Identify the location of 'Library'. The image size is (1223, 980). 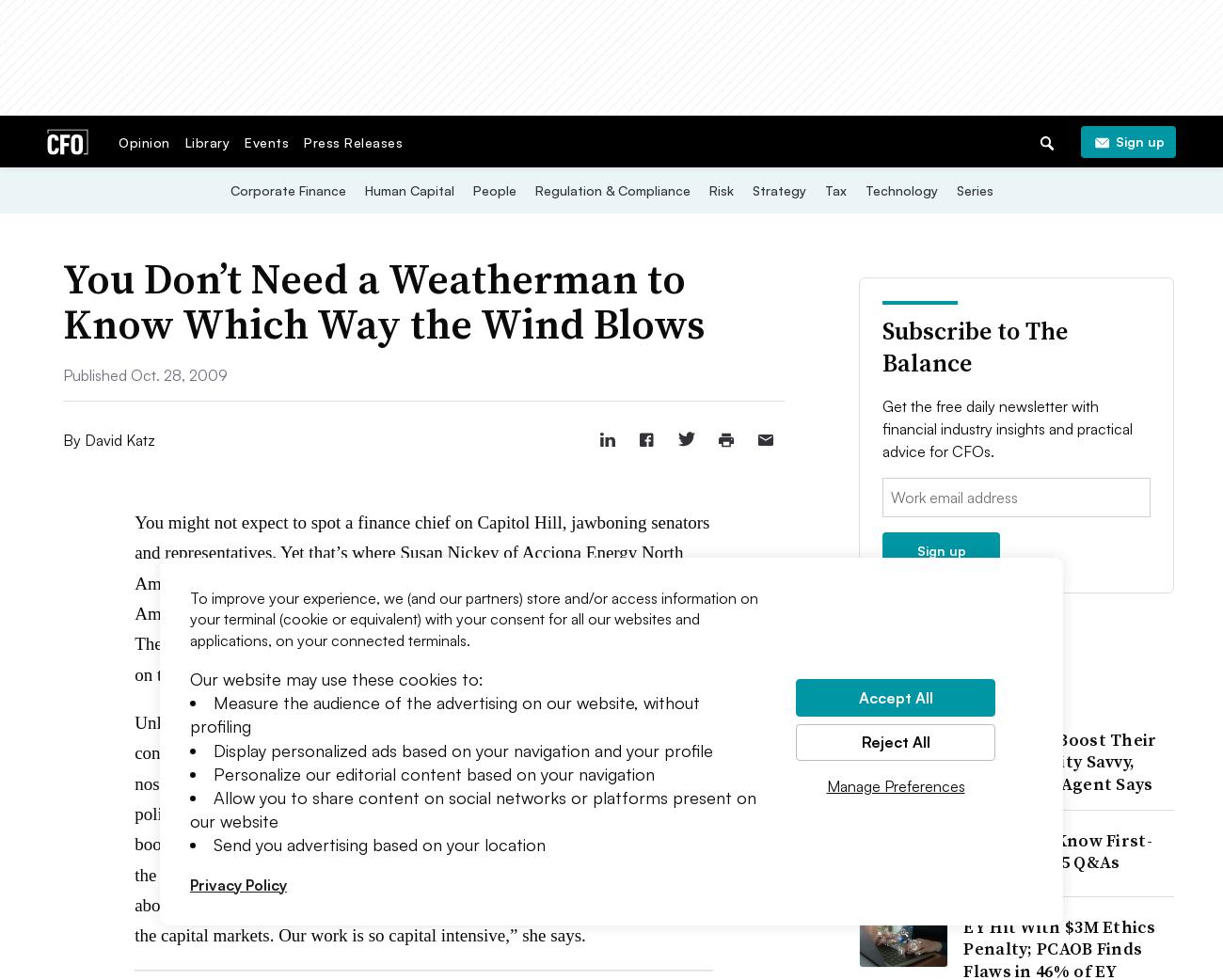
(205, 141).